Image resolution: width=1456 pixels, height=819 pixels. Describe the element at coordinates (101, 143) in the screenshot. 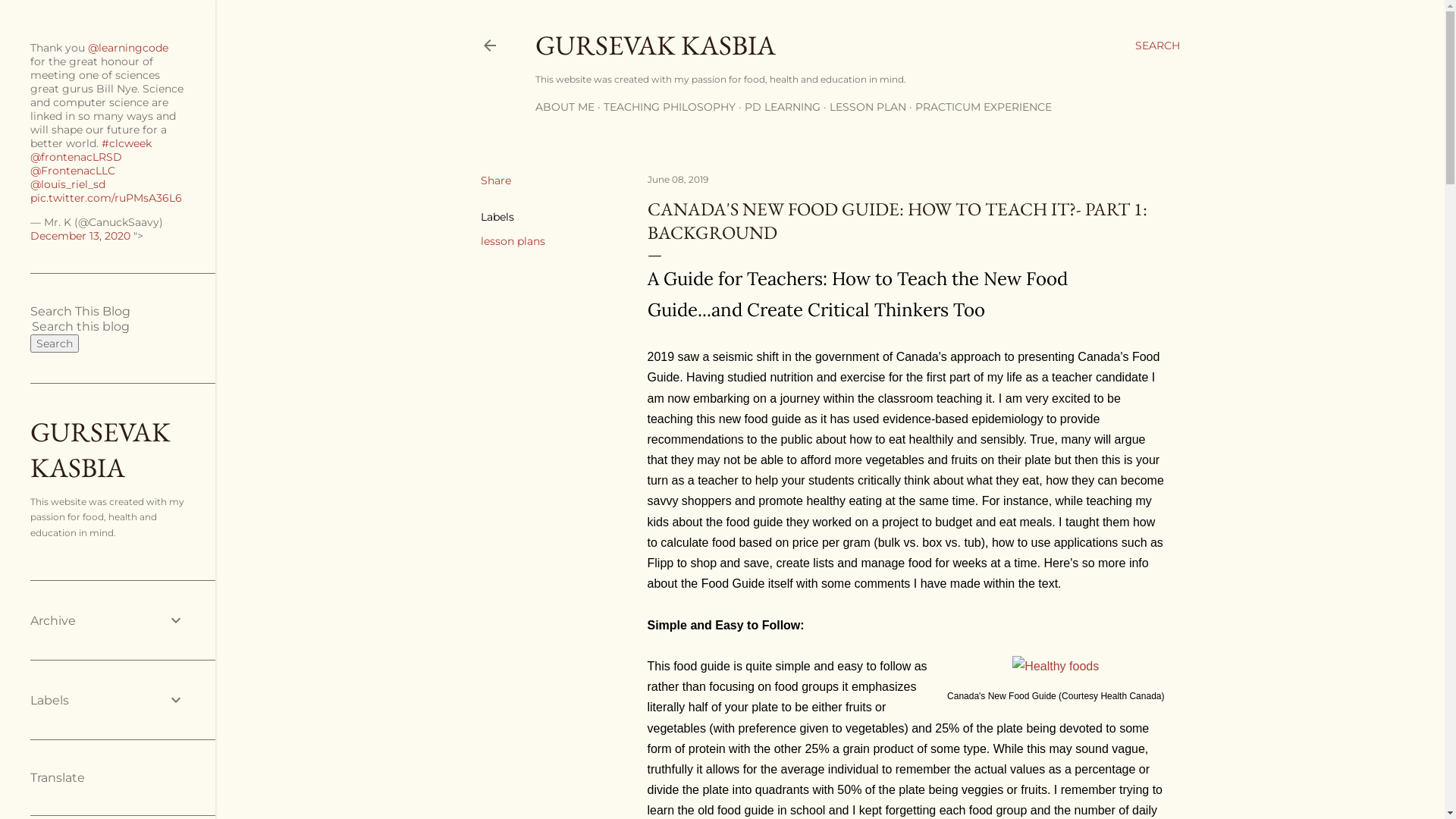

I see `'#clcweek'` at that location.